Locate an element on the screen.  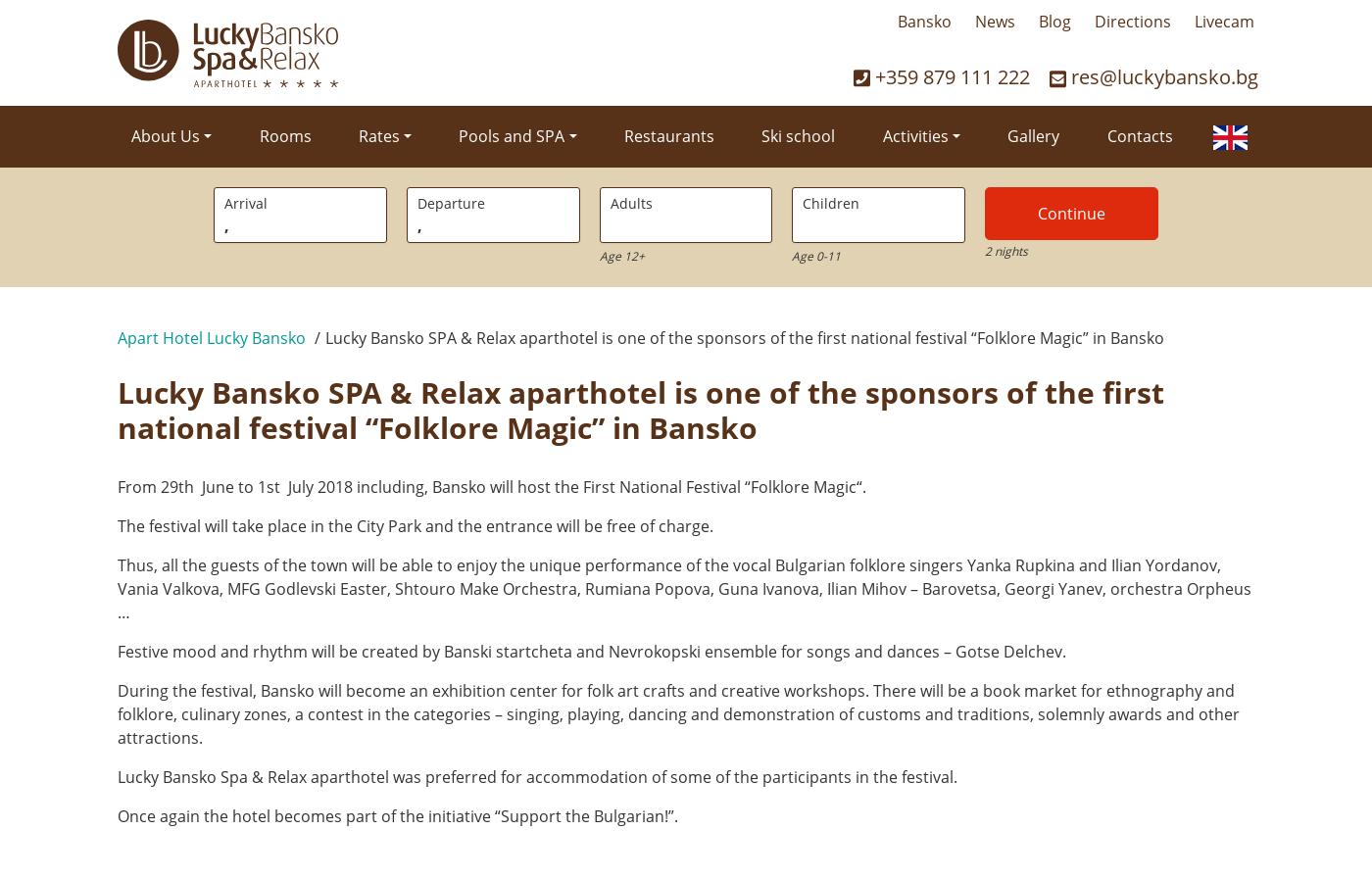
'Ski school' is located at coordinates (798, 135).